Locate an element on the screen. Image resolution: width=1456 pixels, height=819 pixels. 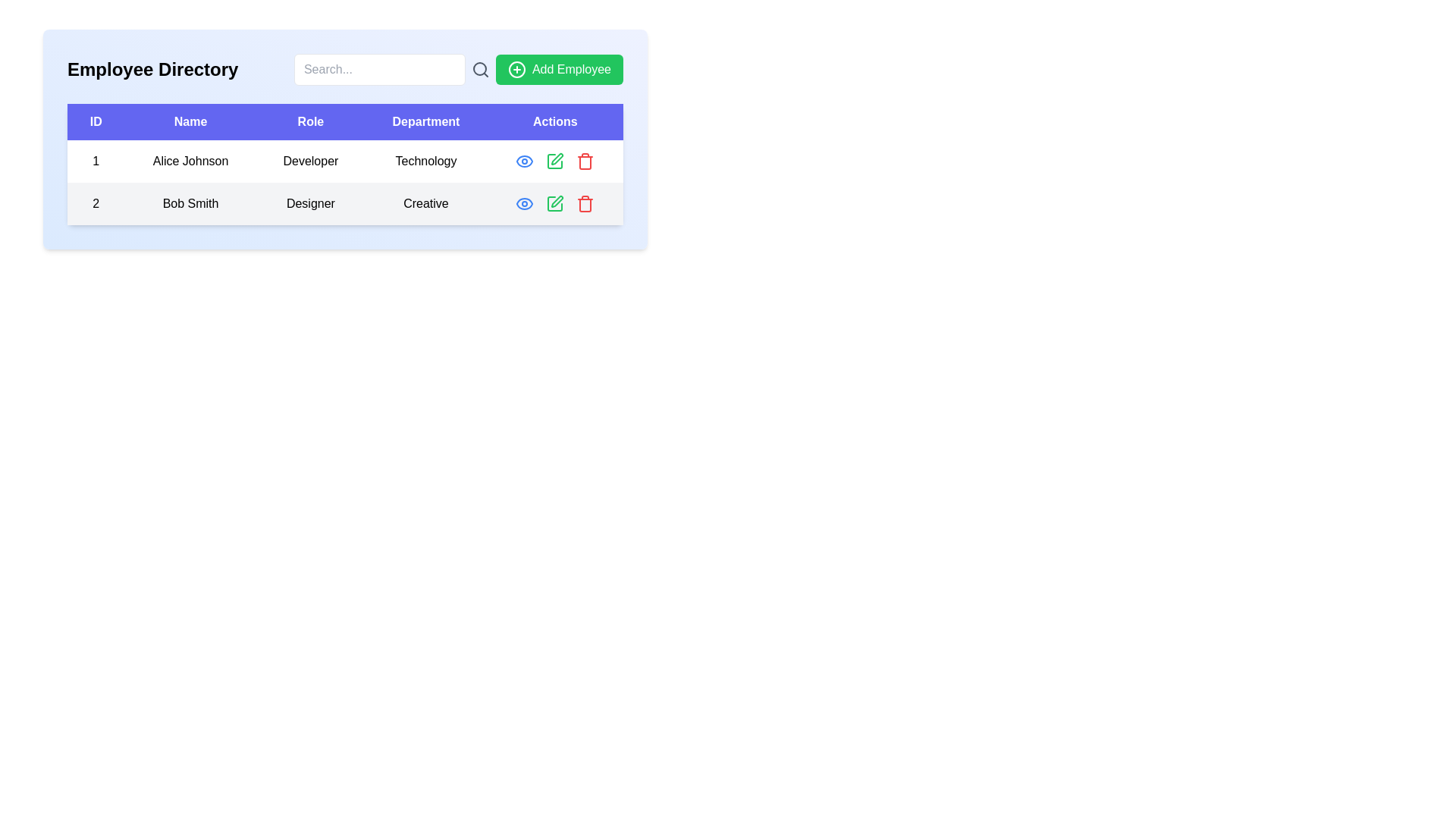
the 'Department' column header in the table, which is styled with a bold white sans-serif font on a blue background is located at coordinates (425, 121).